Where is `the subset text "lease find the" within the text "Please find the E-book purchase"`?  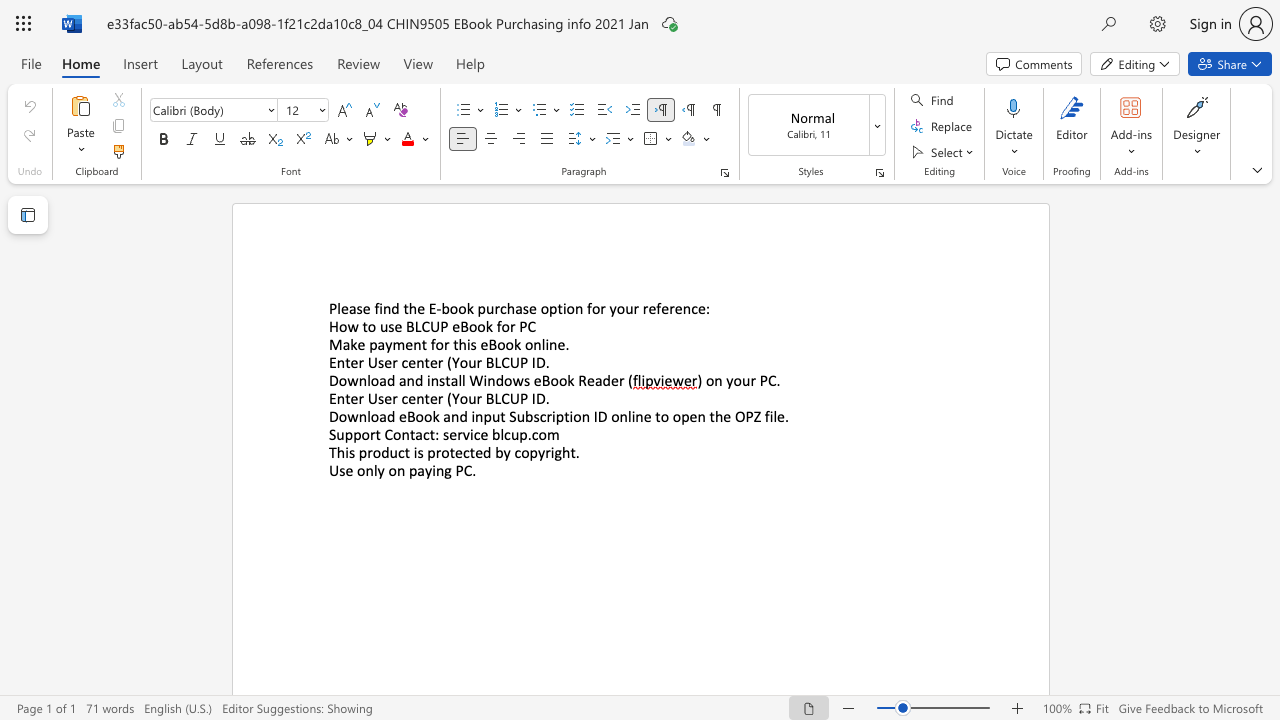
the subset text "lease find the" within the text "Please find the E-book purchase" is located at coordinates (337, 308).